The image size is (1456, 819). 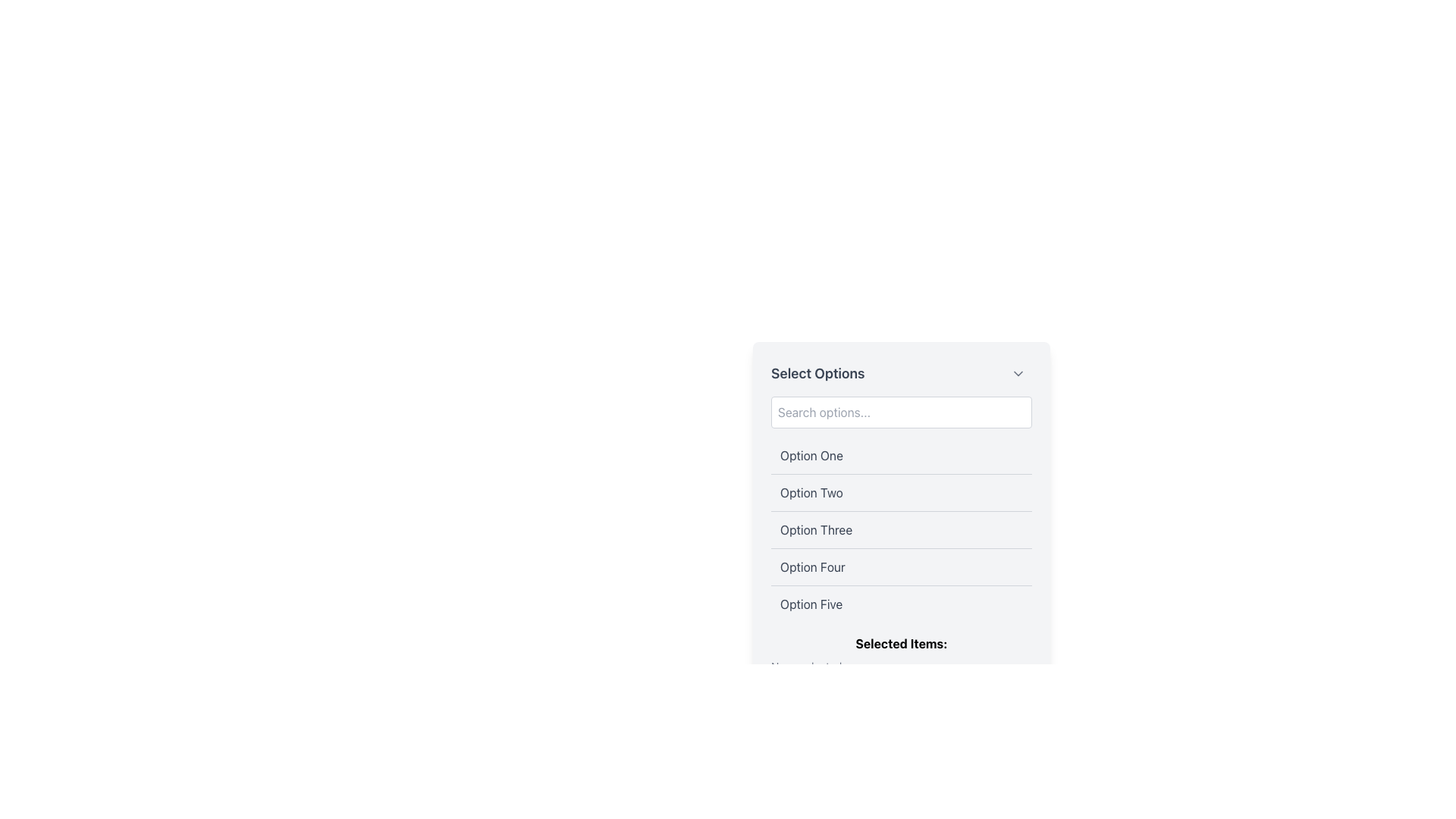 What do you see at coordinates (1018, 374) in the screenshot?
I see `the chevron-down icon located on the right side of the 'Search options...' input field within the dropdown menu titled 'Select Options'` at bounding box center [1018, 374].